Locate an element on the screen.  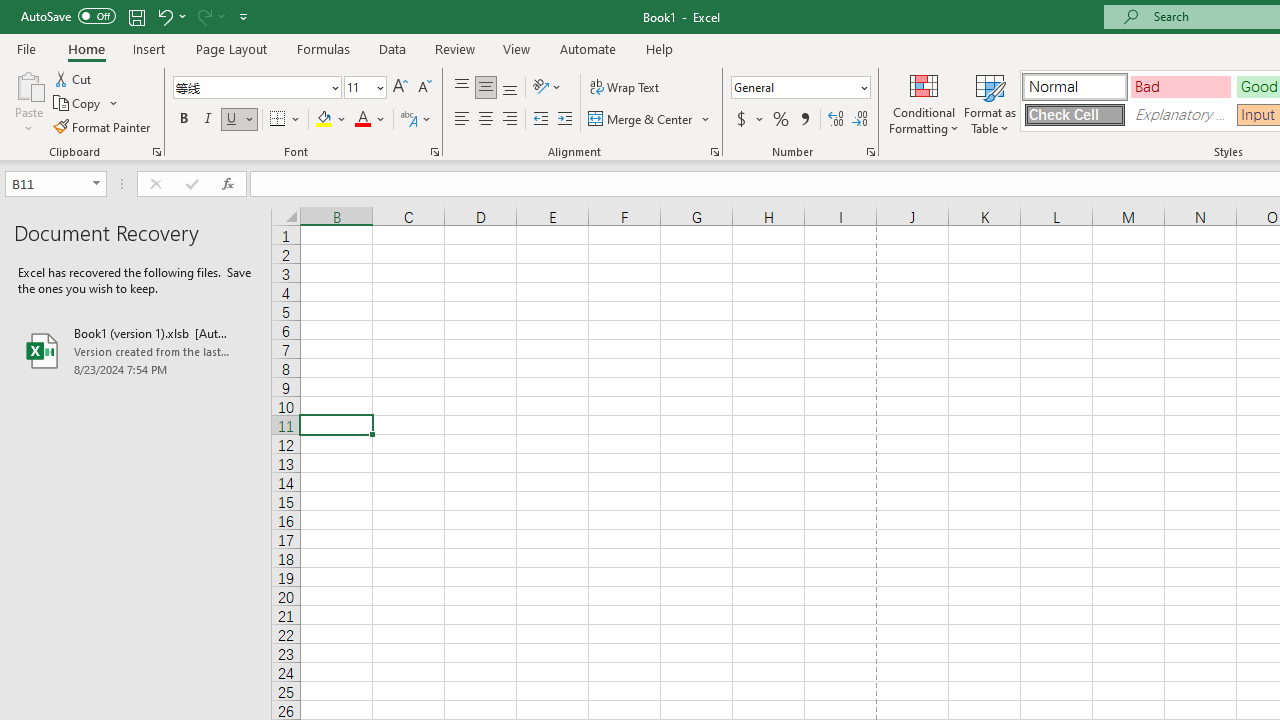
'Borders' is located at coordinates (285, 119).